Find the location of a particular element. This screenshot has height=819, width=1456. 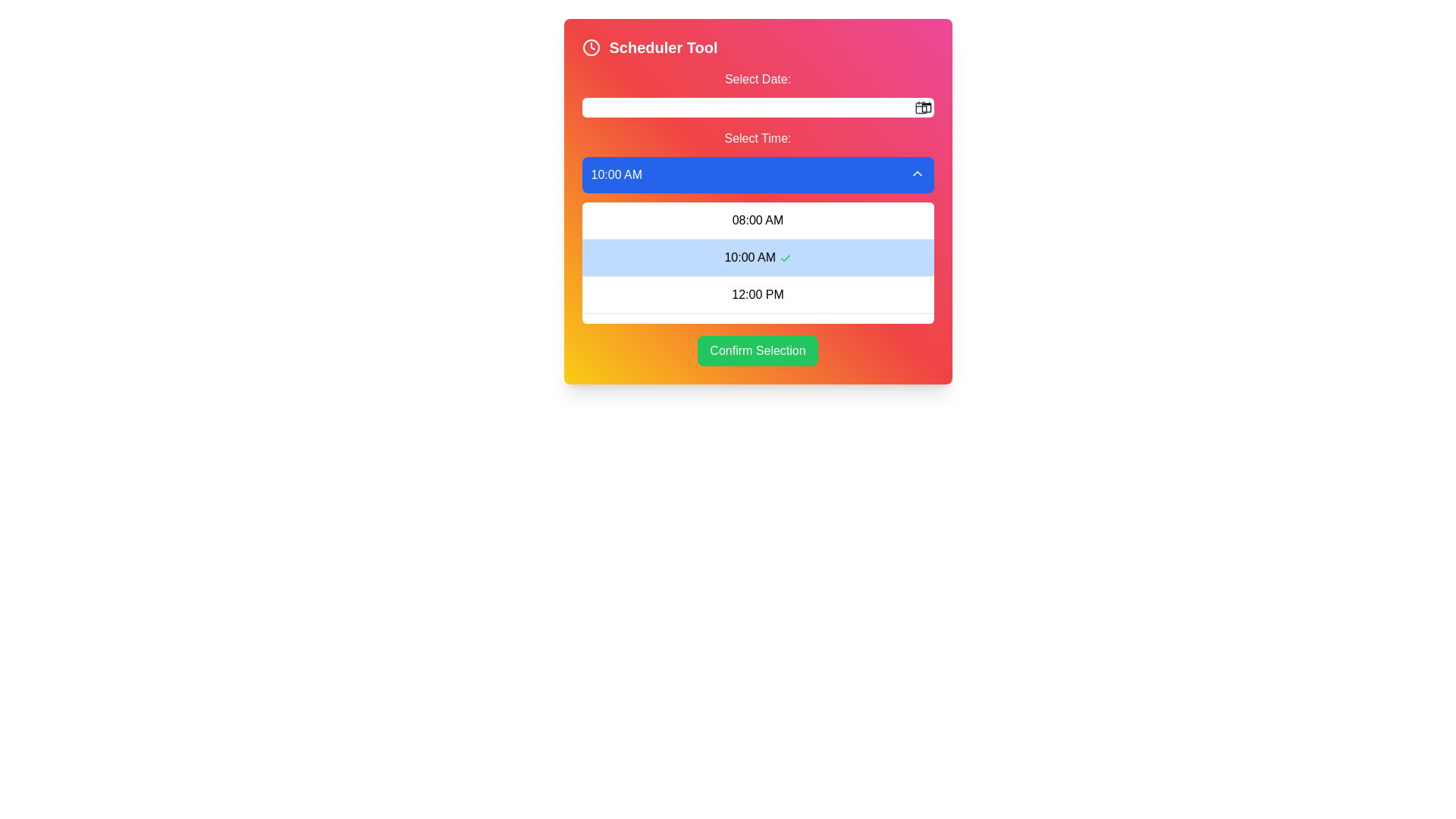

the '10:00 AM' time option button located in the 'Select Time' dropdown menu of the 'Scheduler Tool' interface is located at coordinates (758, 256).